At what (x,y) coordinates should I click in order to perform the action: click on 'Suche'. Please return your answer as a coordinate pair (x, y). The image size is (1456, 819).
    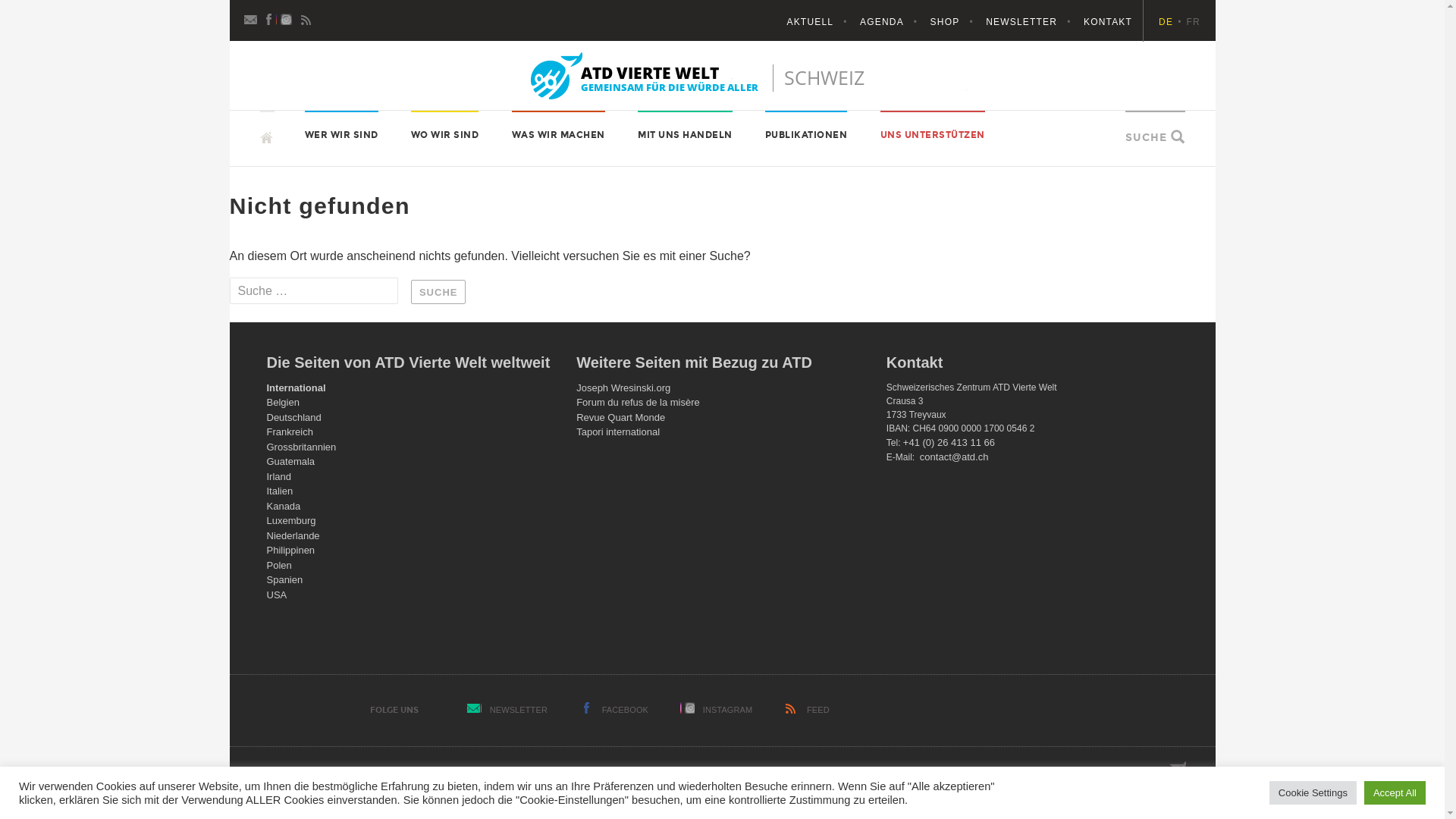
    Looking at the image, I should click on (438, 292).